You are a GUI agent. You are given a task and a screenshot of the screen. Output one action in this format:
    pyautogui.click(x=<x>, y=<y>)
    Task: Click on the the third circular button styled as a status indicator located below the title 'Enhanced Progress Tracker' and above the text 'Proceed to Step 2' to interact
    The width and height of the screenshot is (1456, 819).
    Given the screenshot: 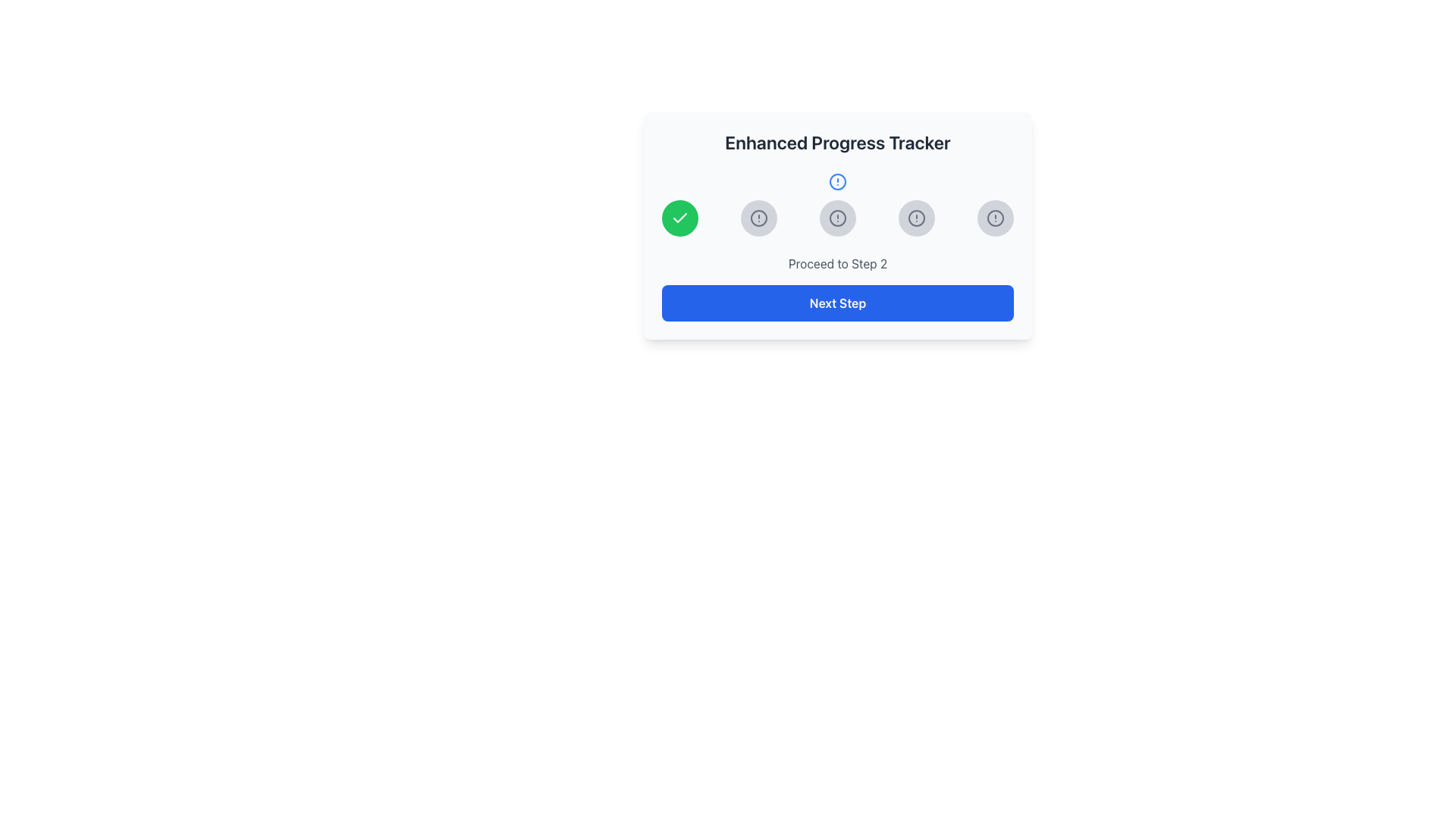 What is the action you would take?
    pyautogui.click(x=836, y=218)
    